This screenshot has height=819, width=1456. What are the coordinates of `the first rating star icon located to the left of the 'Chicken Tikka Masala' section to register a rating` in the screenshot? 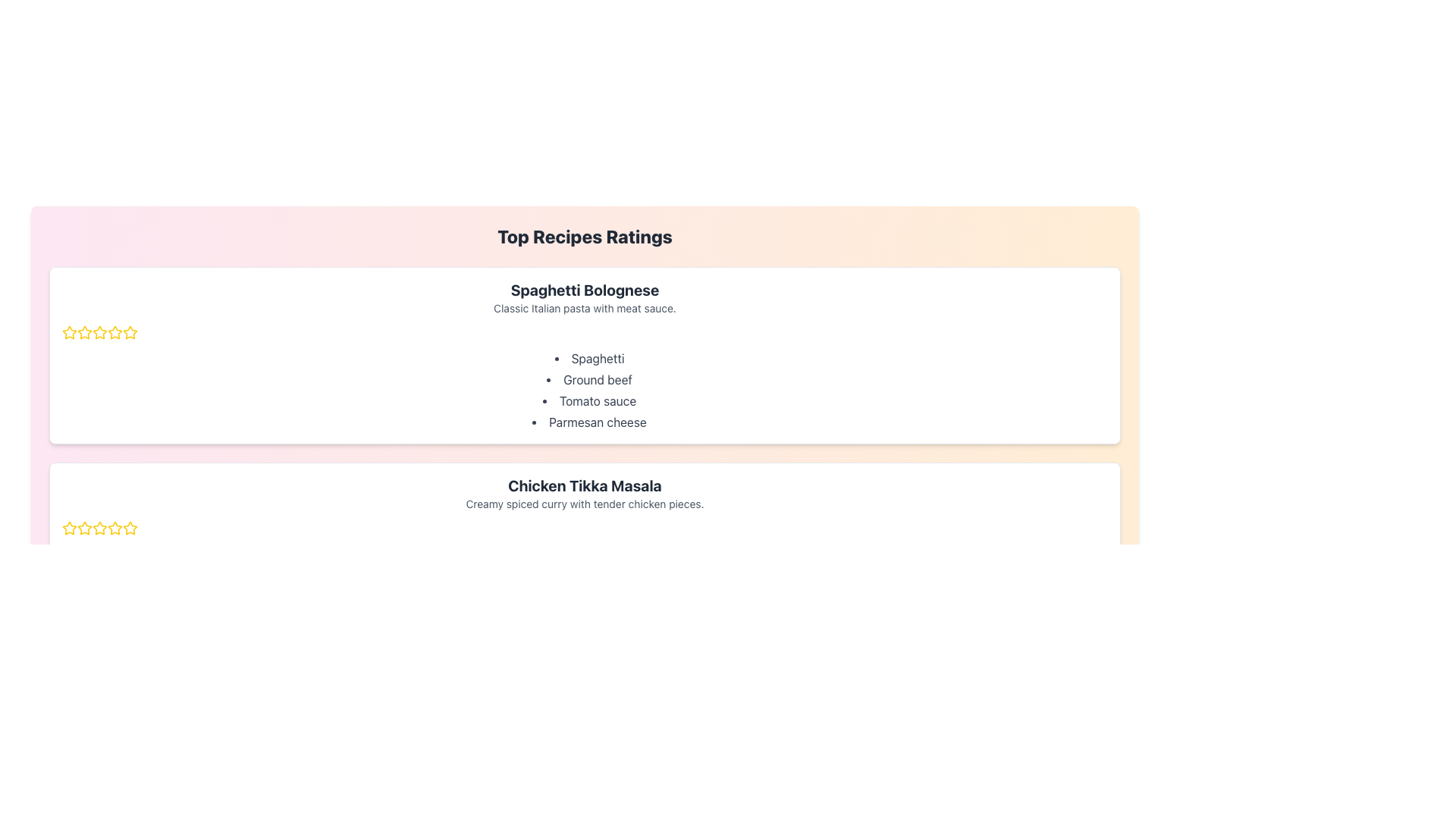 It's located at (68, 526).